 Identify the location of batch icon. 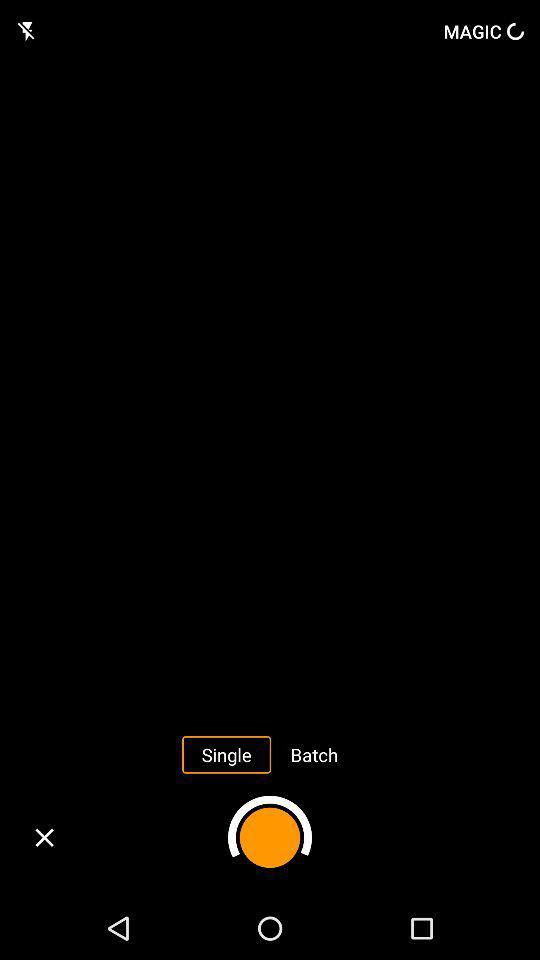
(314, 753).